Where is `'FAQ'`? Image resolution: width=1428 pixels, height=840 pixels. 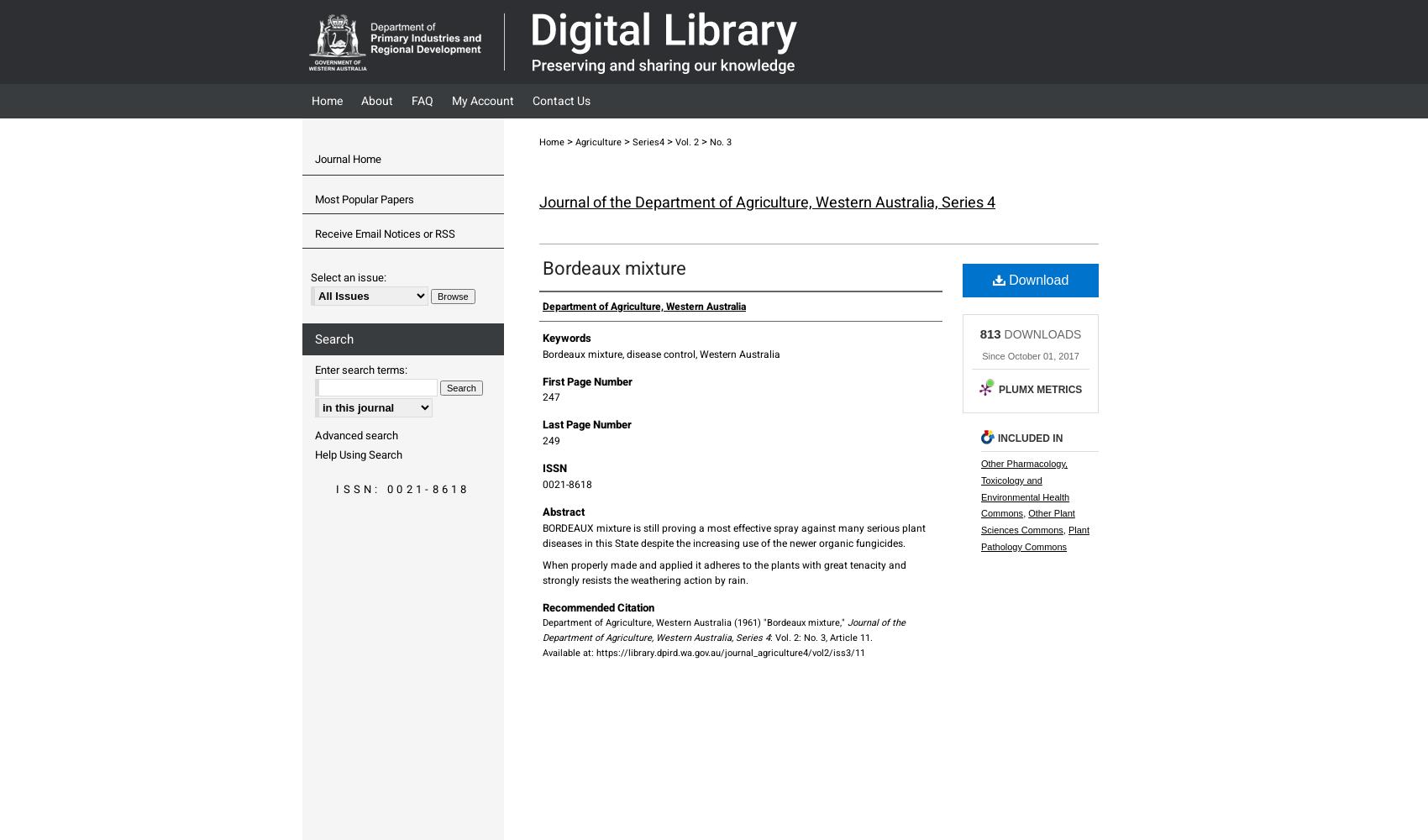 'FAQ' is located at coordinates (411, 100).